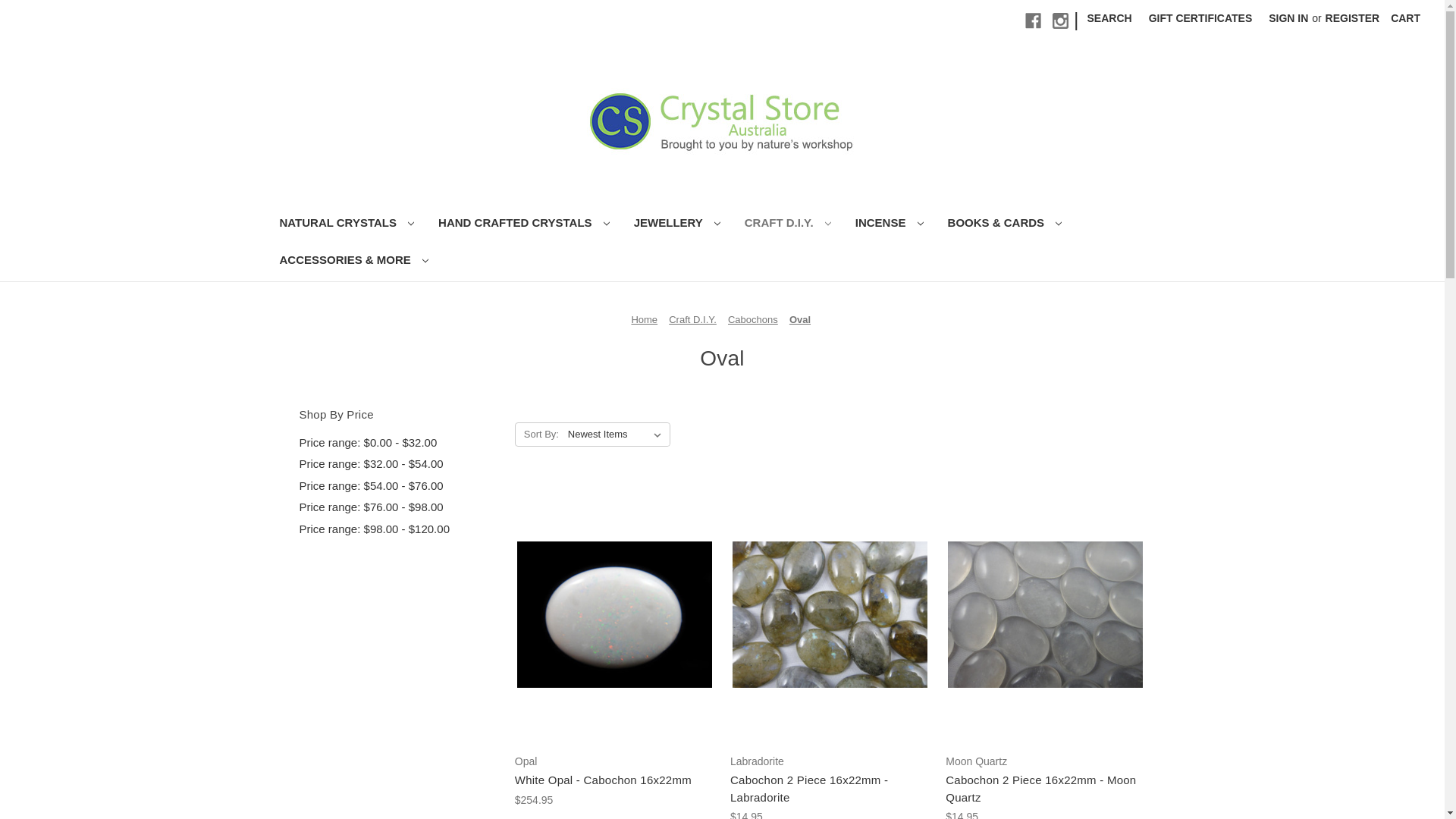  I want to click on 'Price range: $98.00 - $120.00', so click(398, 529).